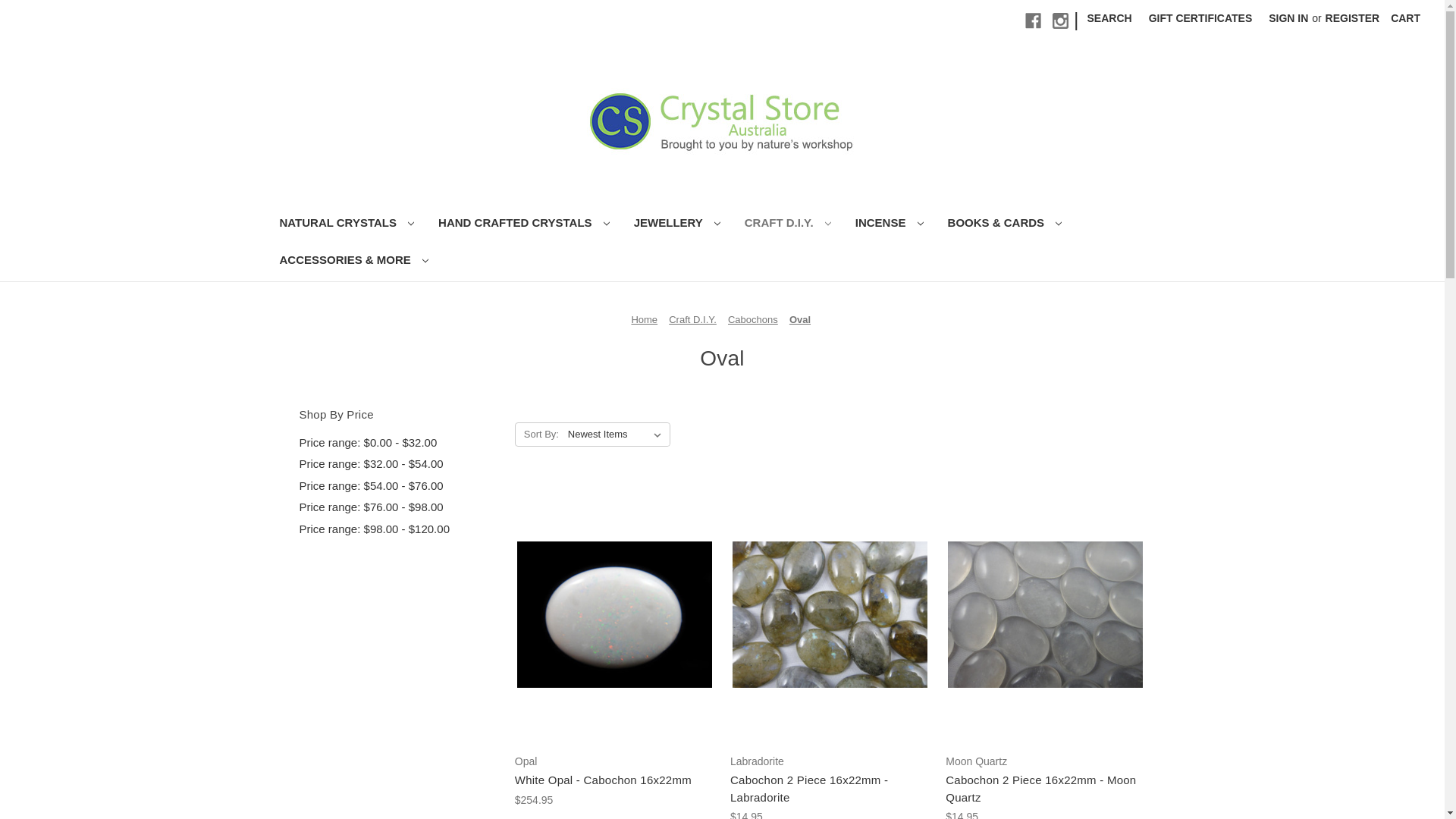  I want to click on 'Price range: $98.00 - $120.00', so click(398, 529).